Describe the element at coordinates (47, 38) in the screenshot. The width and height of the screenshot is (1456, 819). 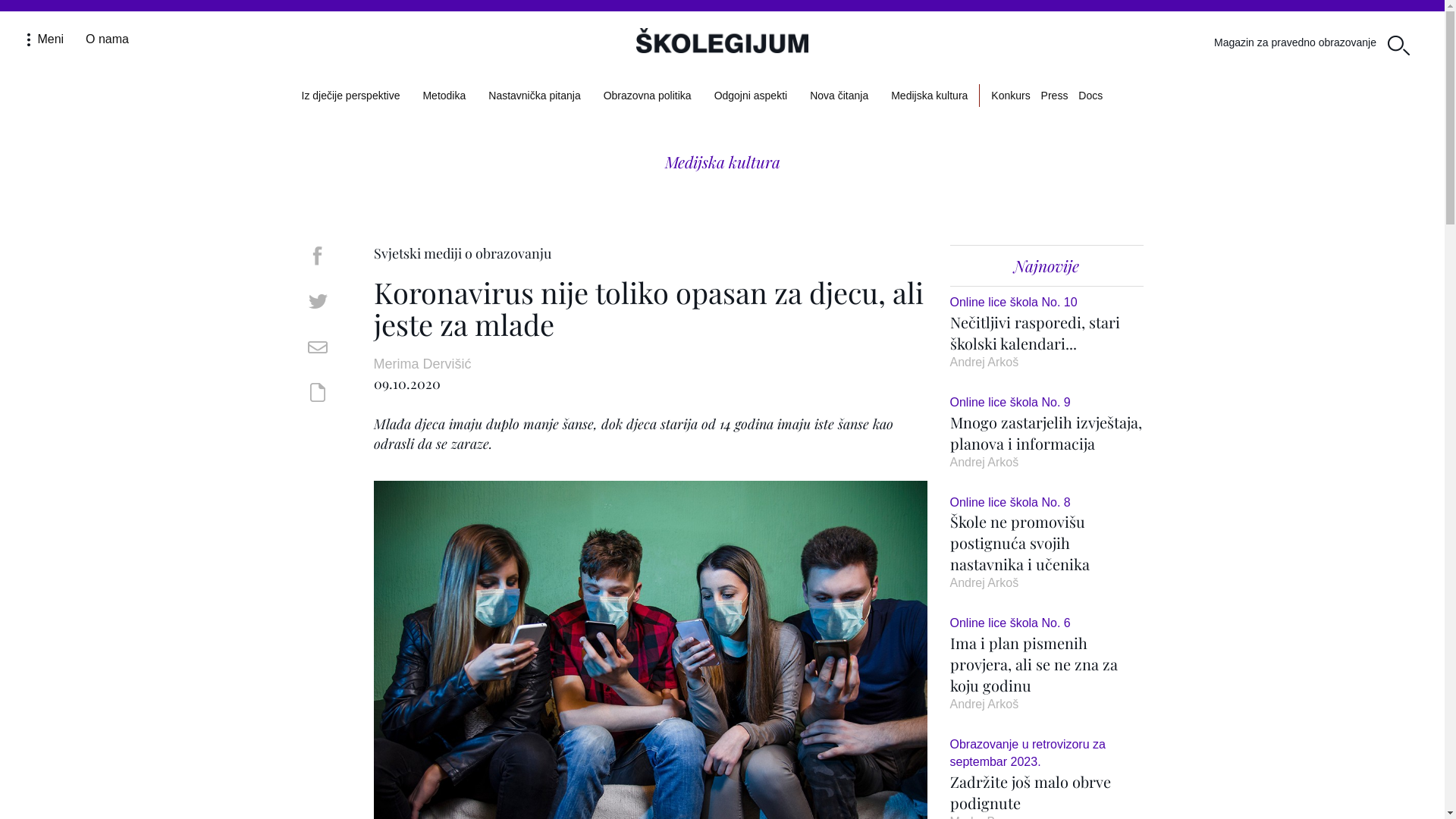
I see `'Meni '` at that location.